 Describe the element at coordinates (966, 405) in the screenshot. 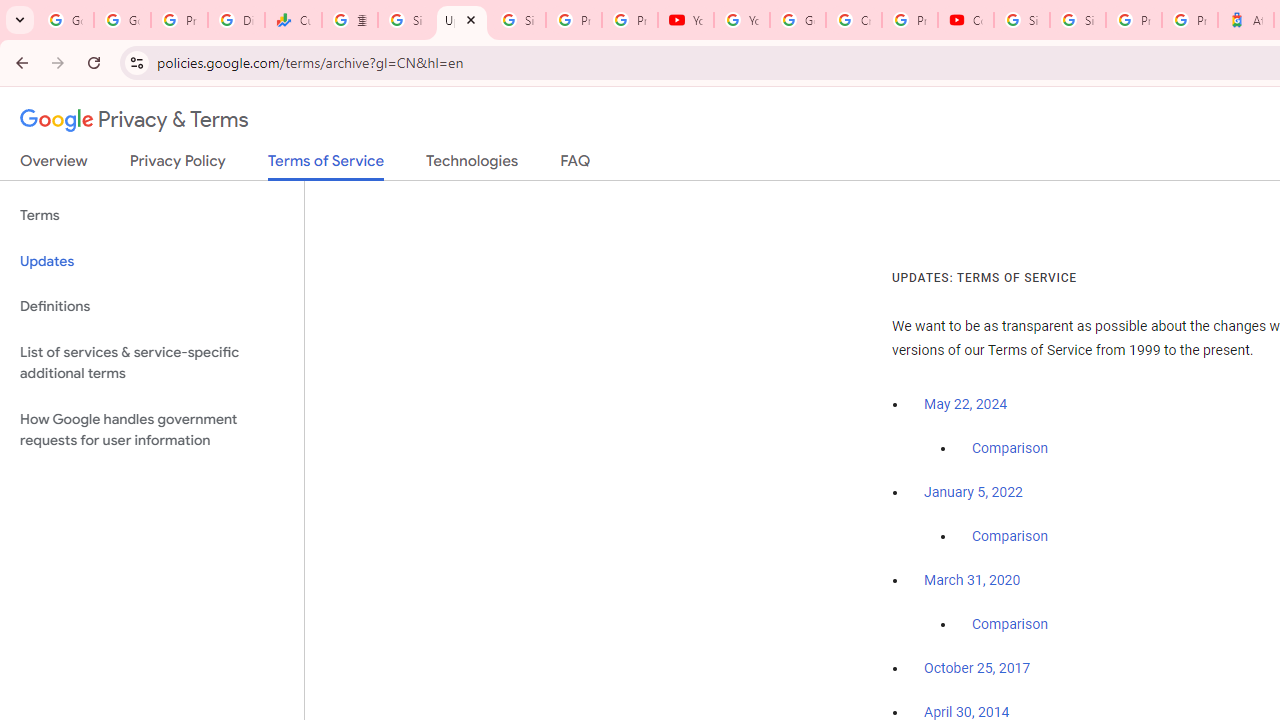

I see `'May 22, 2024'` at that location.